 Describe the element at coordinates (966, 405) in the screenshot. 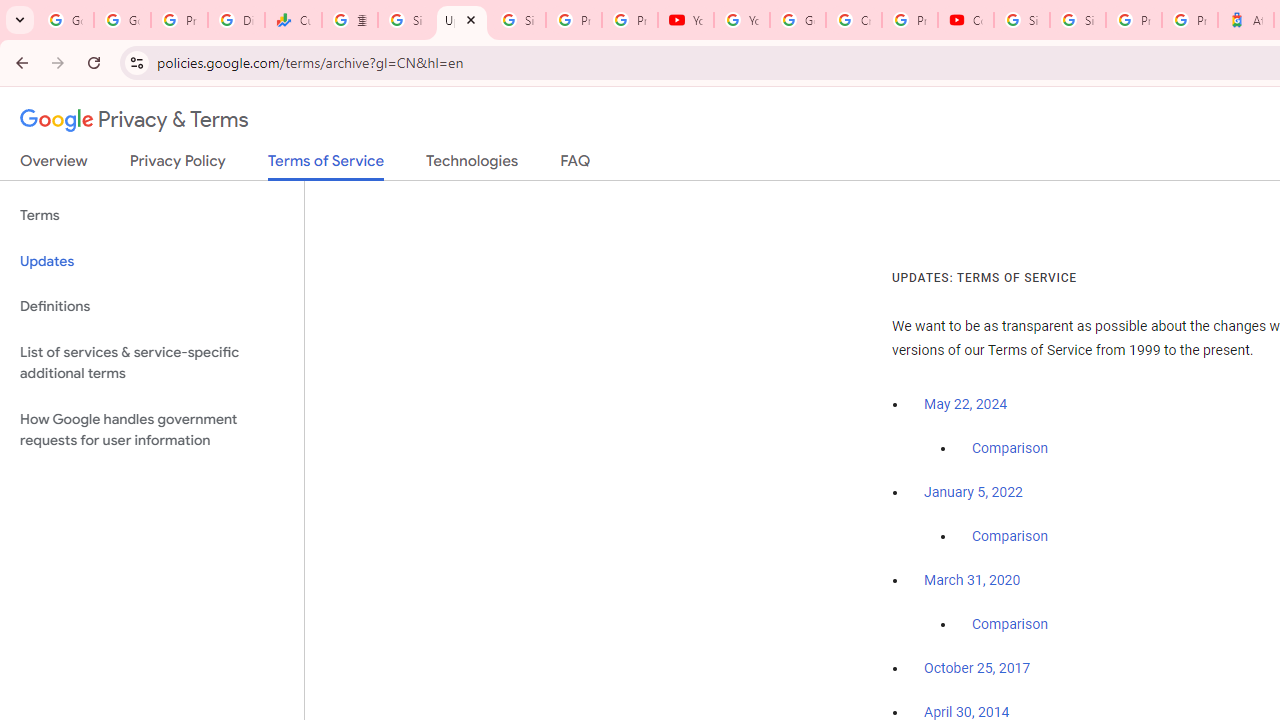

I see `'May 22, 2024'` at that location.